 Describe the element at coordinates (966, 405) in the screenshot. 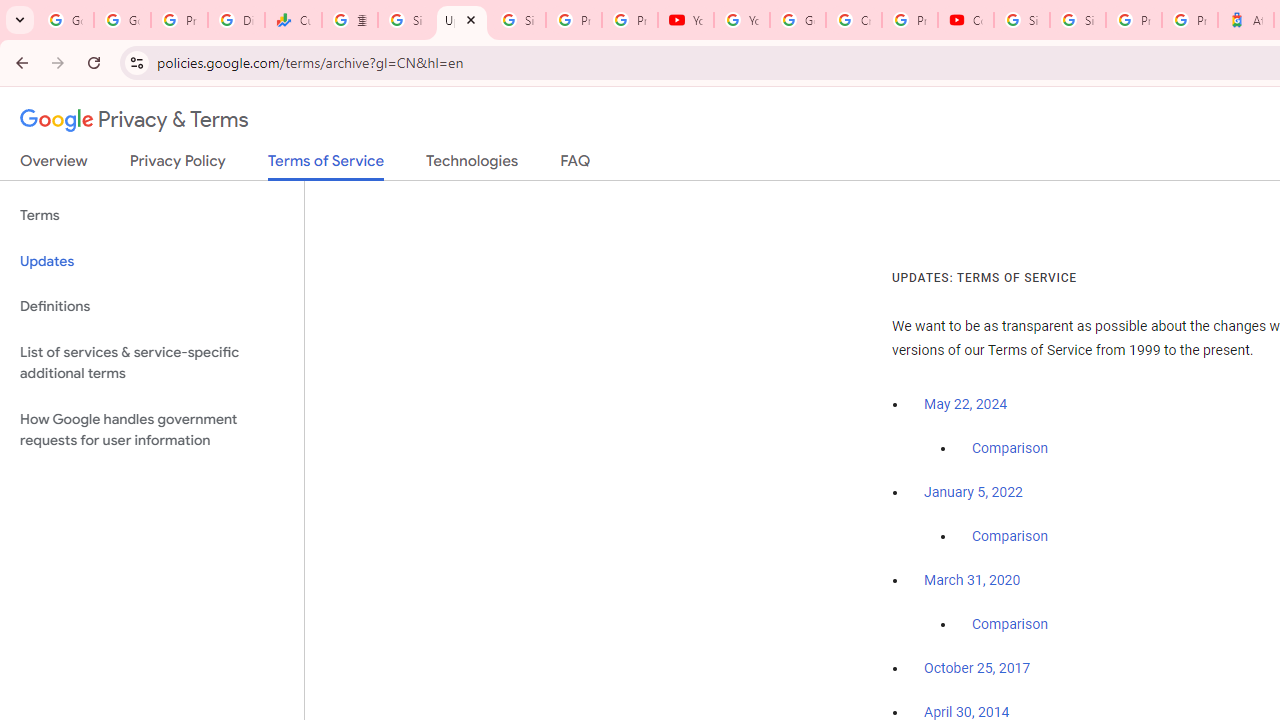

I see `'May 22, 2024'` at that location.